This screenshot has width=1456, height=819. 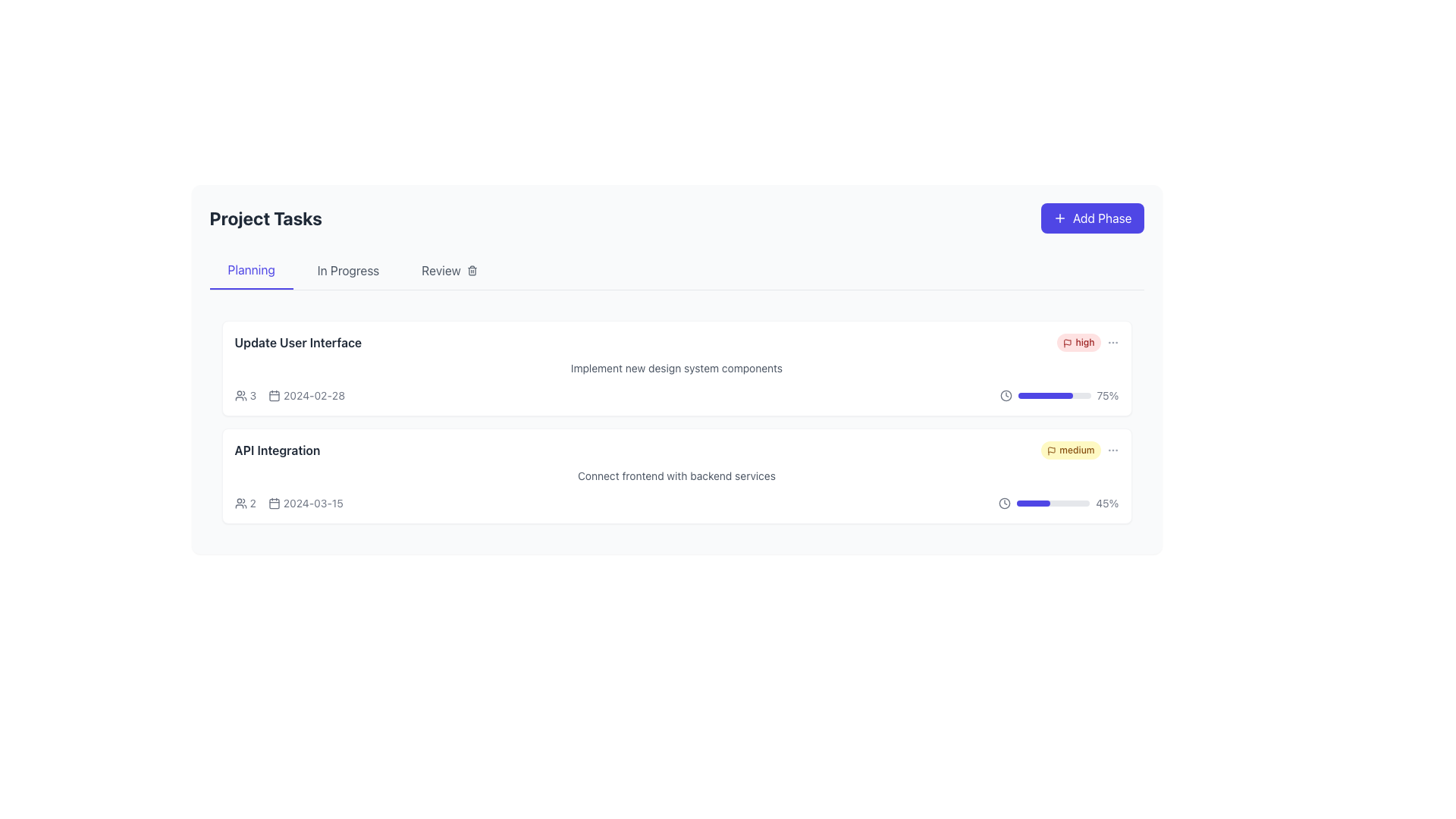 I want to click on the button in the top-right corner of the 'Project Tasks' section, so click(x=1092, y=218).